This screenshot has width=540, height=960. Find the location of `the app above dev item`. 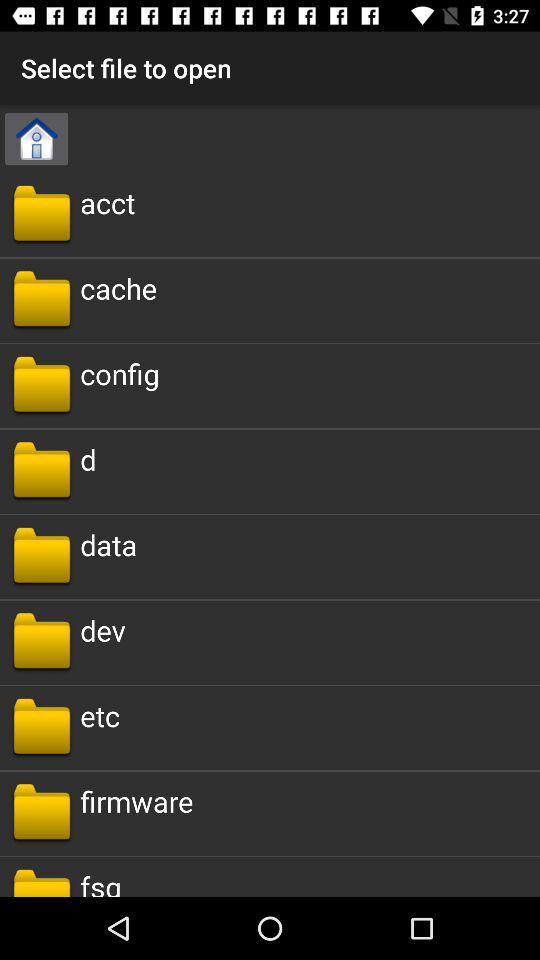

the app above dev item is located at coordinates (108, 544).